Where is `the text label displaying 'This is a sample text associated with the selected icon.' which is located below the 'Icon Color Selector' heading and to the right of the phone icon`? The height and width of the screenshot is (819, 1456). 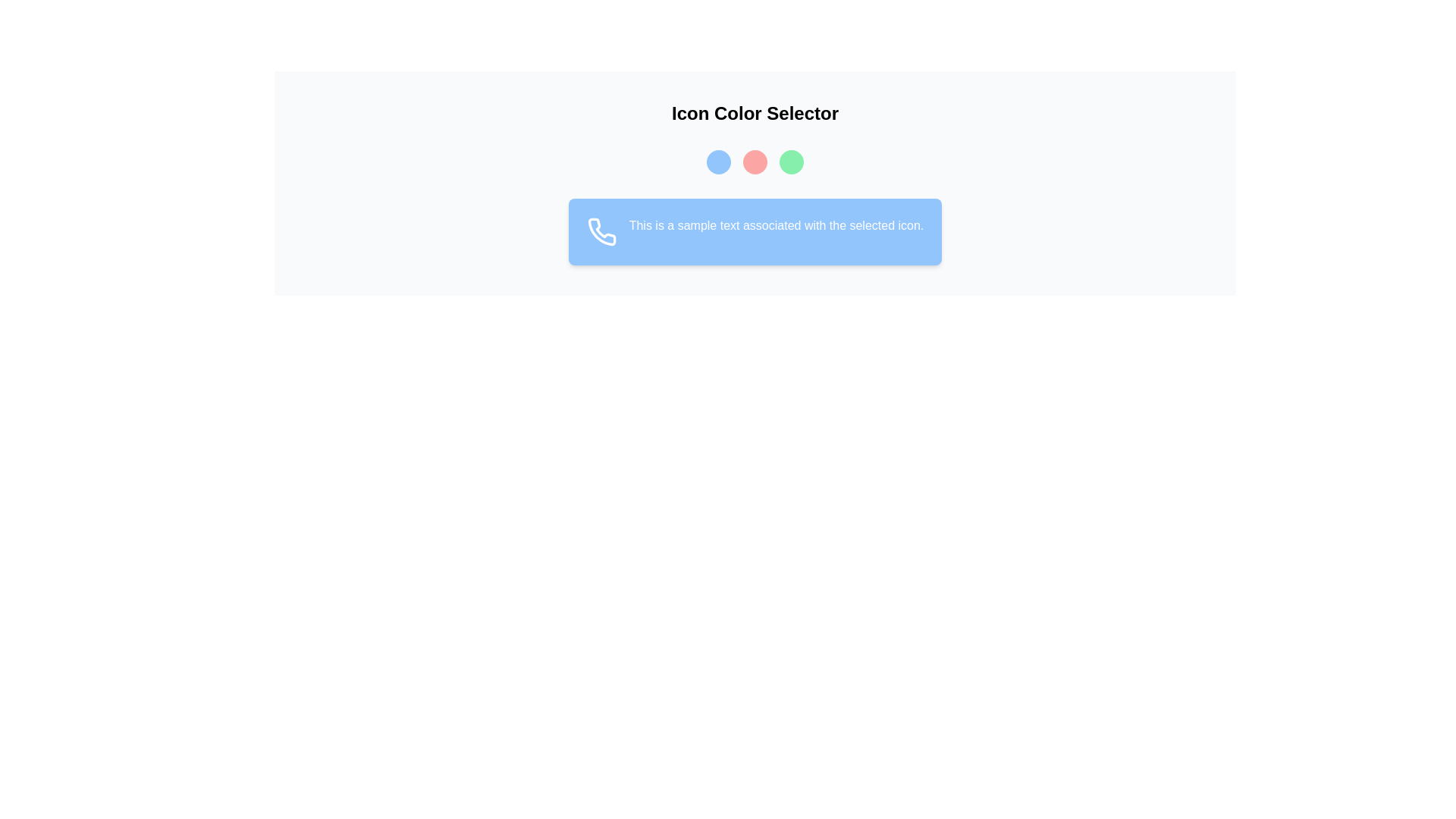 the text label displaying 'This is a sample text associated with the selected icon.' which is located below the 'Icon Color Selector' heading and to the right of the phone icon is located at coordinates (776, 231).